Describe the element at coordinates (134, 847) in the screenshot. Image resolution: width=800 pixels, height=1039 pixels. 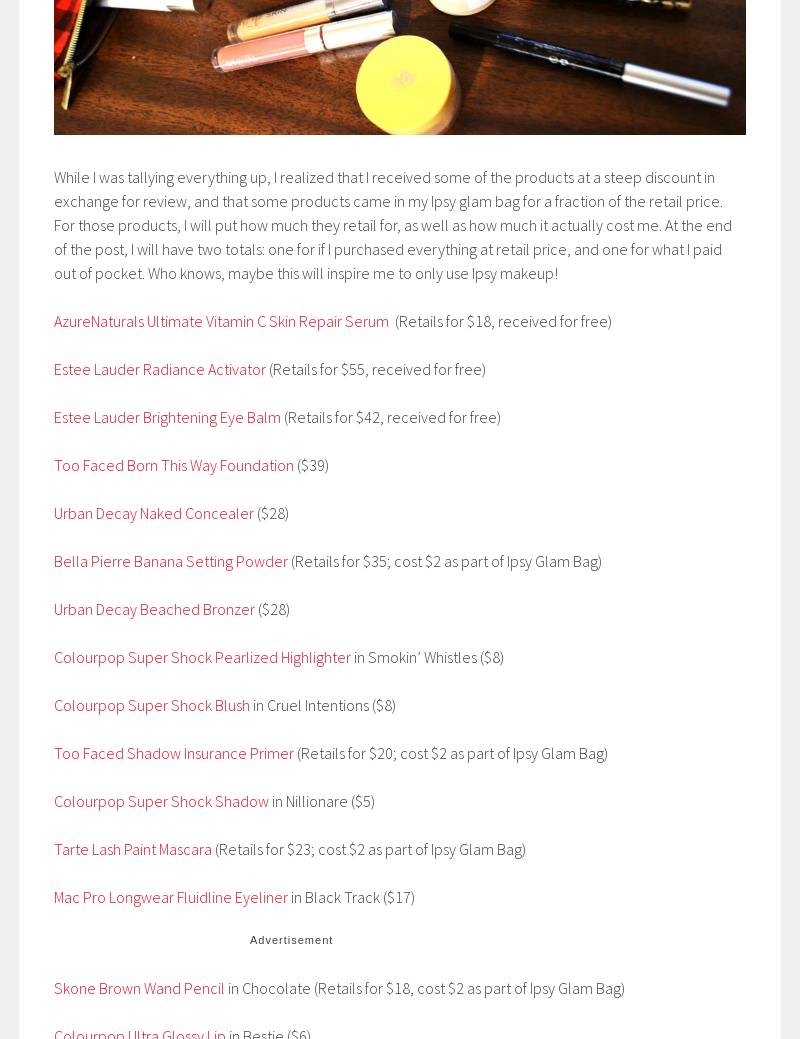
I see `'Tarte Lash Paint Mascara'` at that location.